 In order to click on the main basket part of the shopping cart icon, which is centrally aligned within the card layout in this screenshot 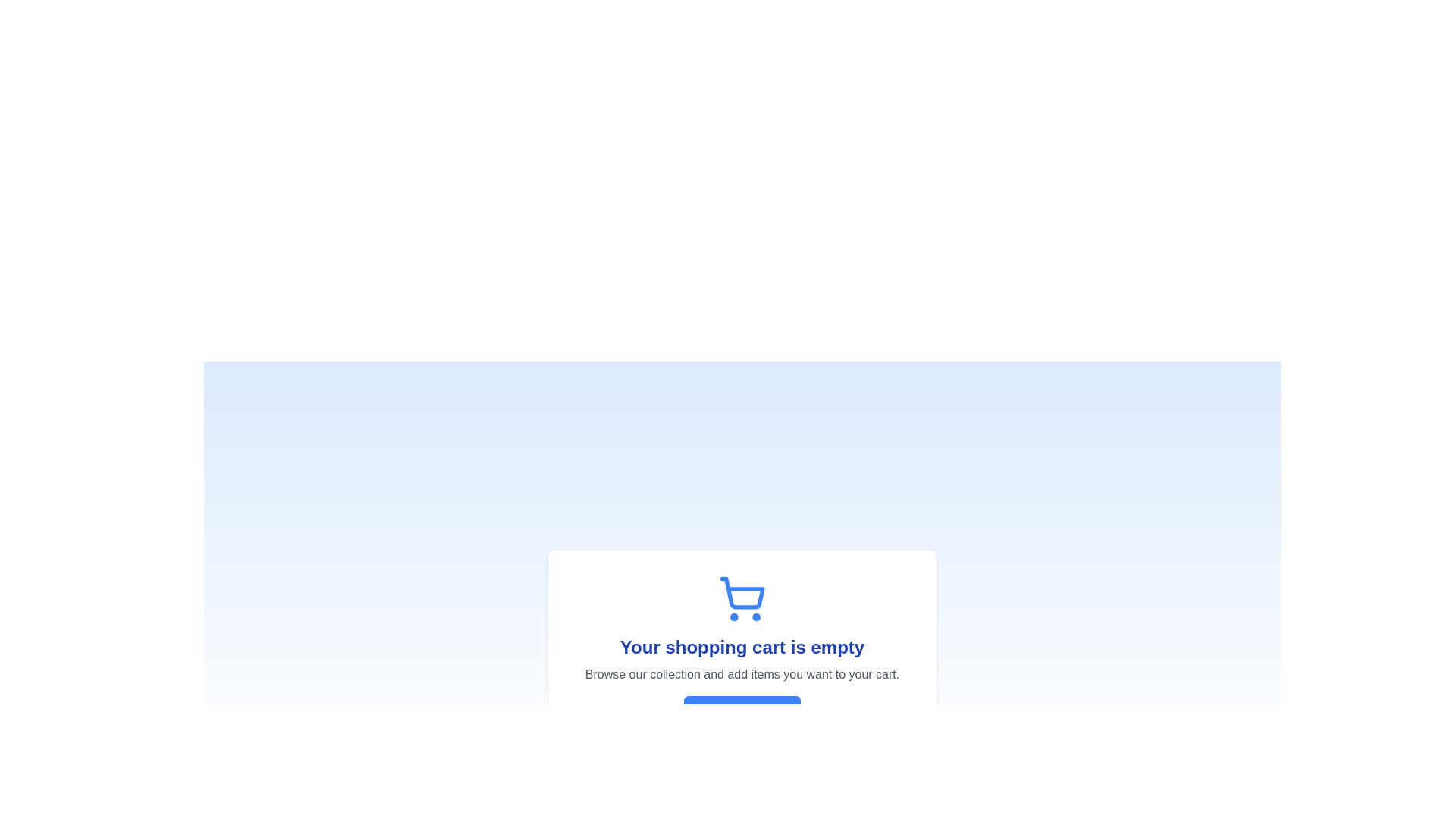, I will do `click(742, 592)`.